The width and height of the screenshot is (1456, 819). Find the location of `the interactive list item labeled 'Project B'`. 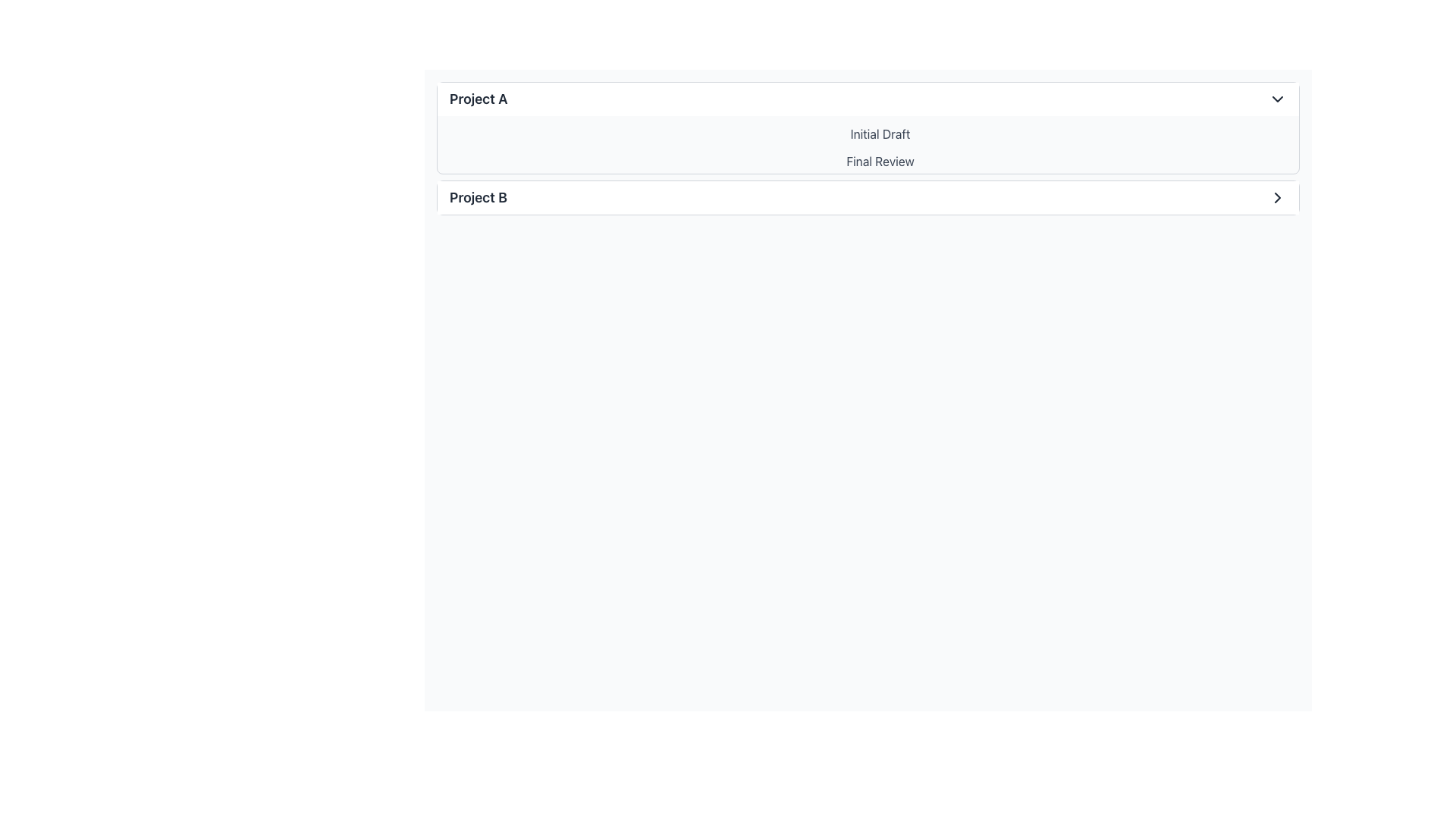

the interactive list item labeled 'Project B' is located at coordinates (868, 197).